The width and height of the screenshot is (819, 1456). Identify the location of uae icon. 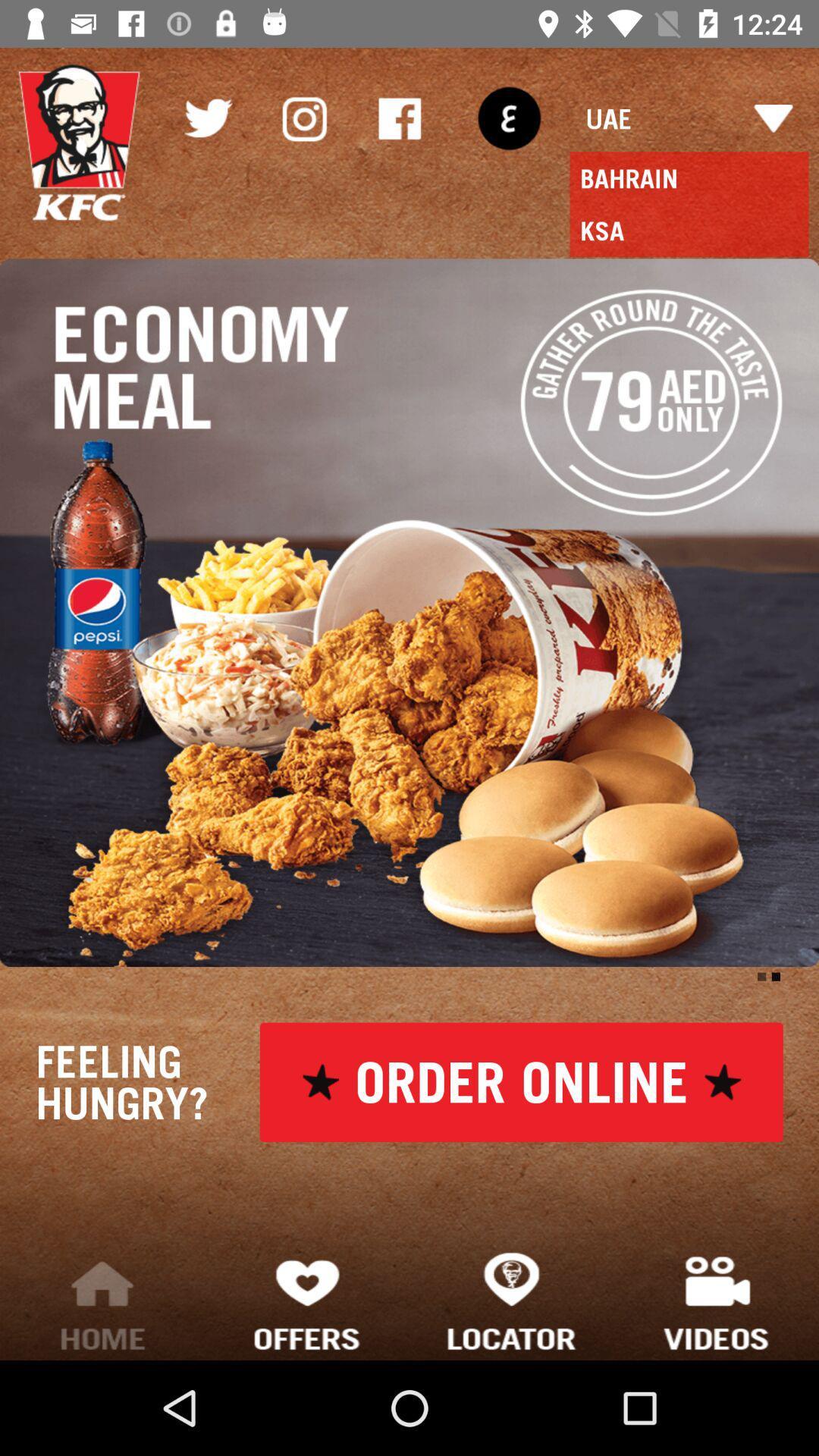
(689, 118).